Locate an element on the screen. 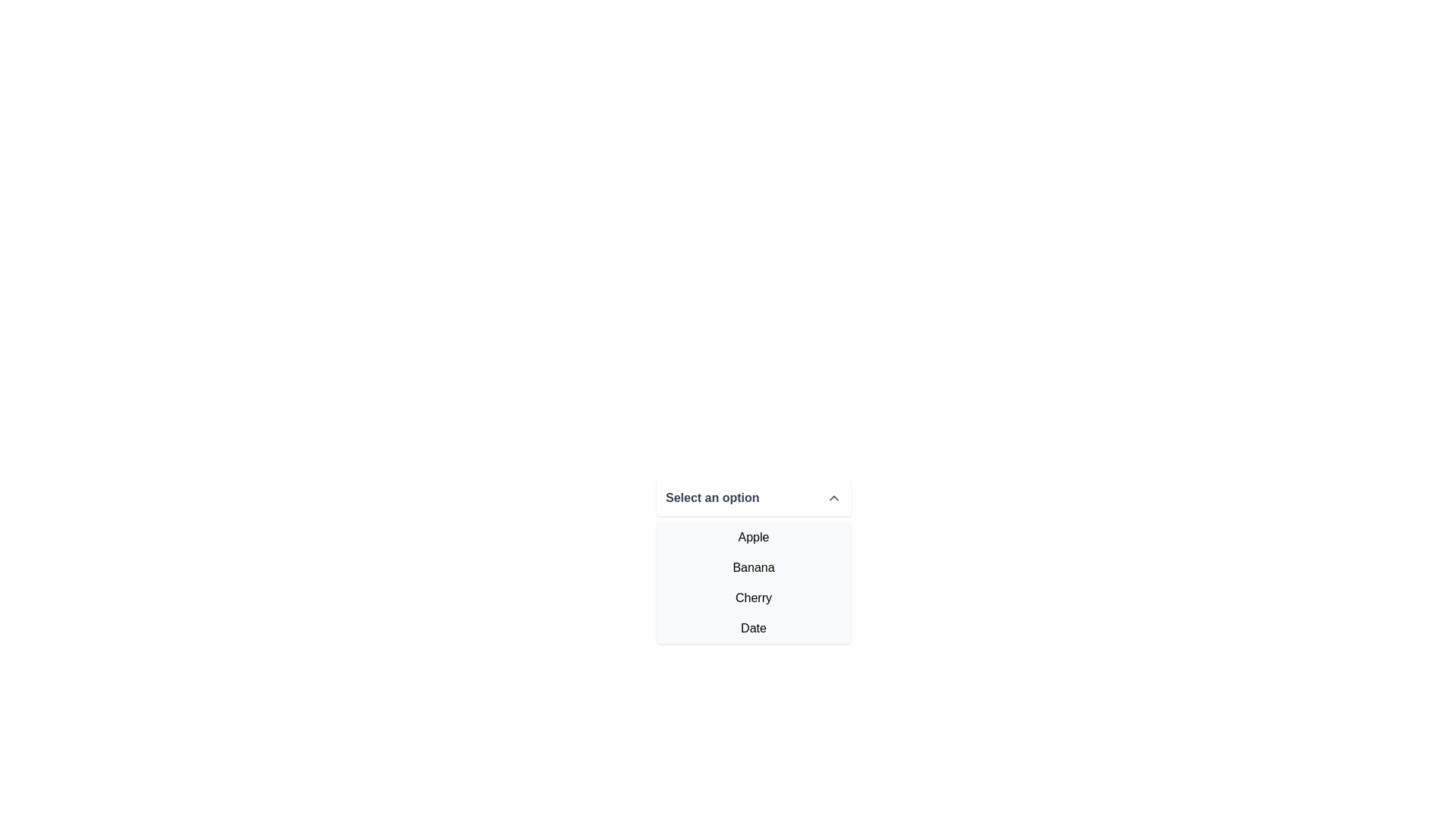 This screenshot has width=1456, height=819. the dropdown menu labeled 'Select an option' is located at coordinates (753, 568).